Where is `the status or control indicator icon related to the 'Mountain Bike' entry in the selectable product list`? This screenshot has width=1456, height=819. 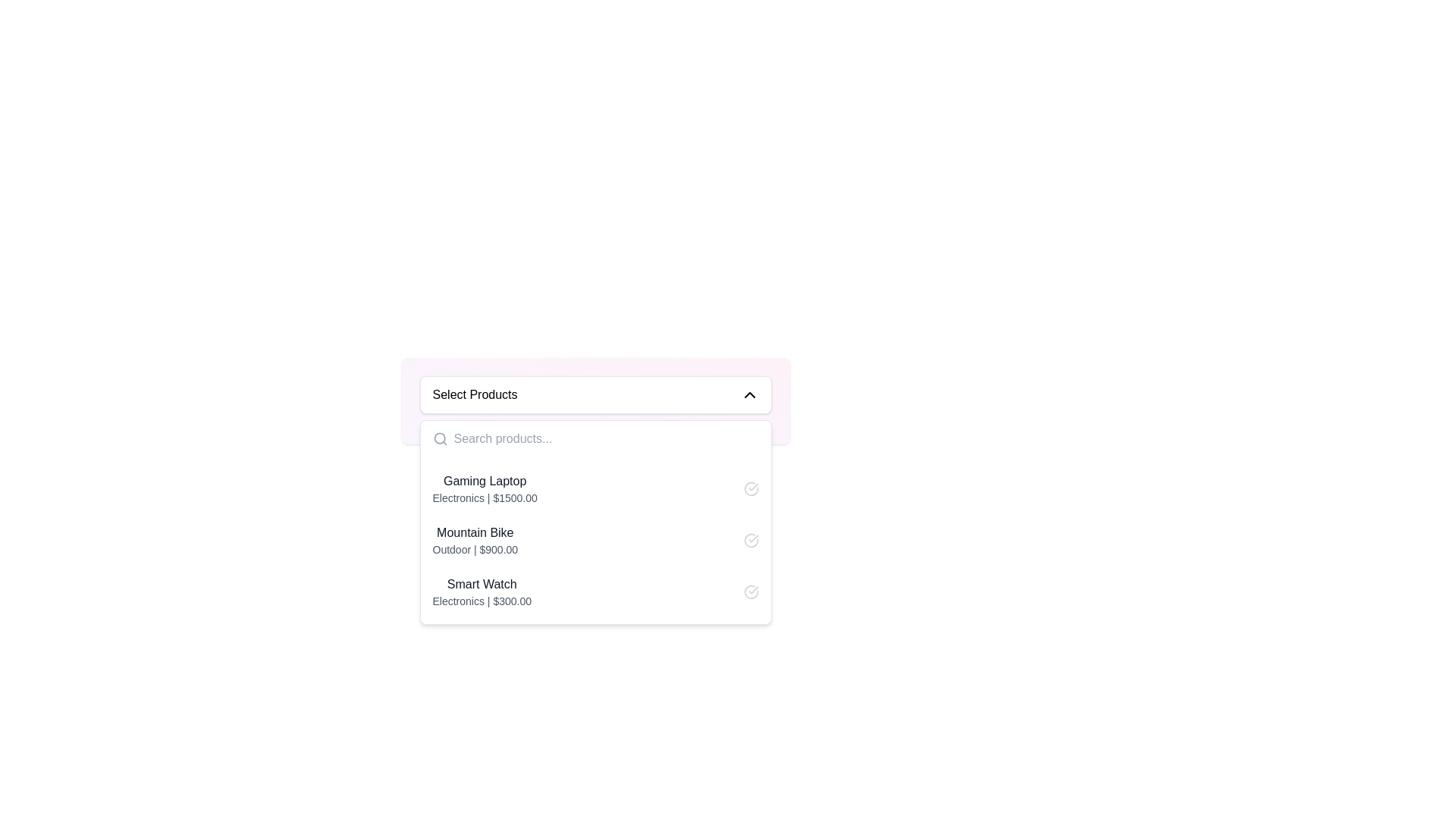 the status or control indicator icon related to the 'Mountain Bike' entry in the selectable product list is located at coordinates (751, 540).